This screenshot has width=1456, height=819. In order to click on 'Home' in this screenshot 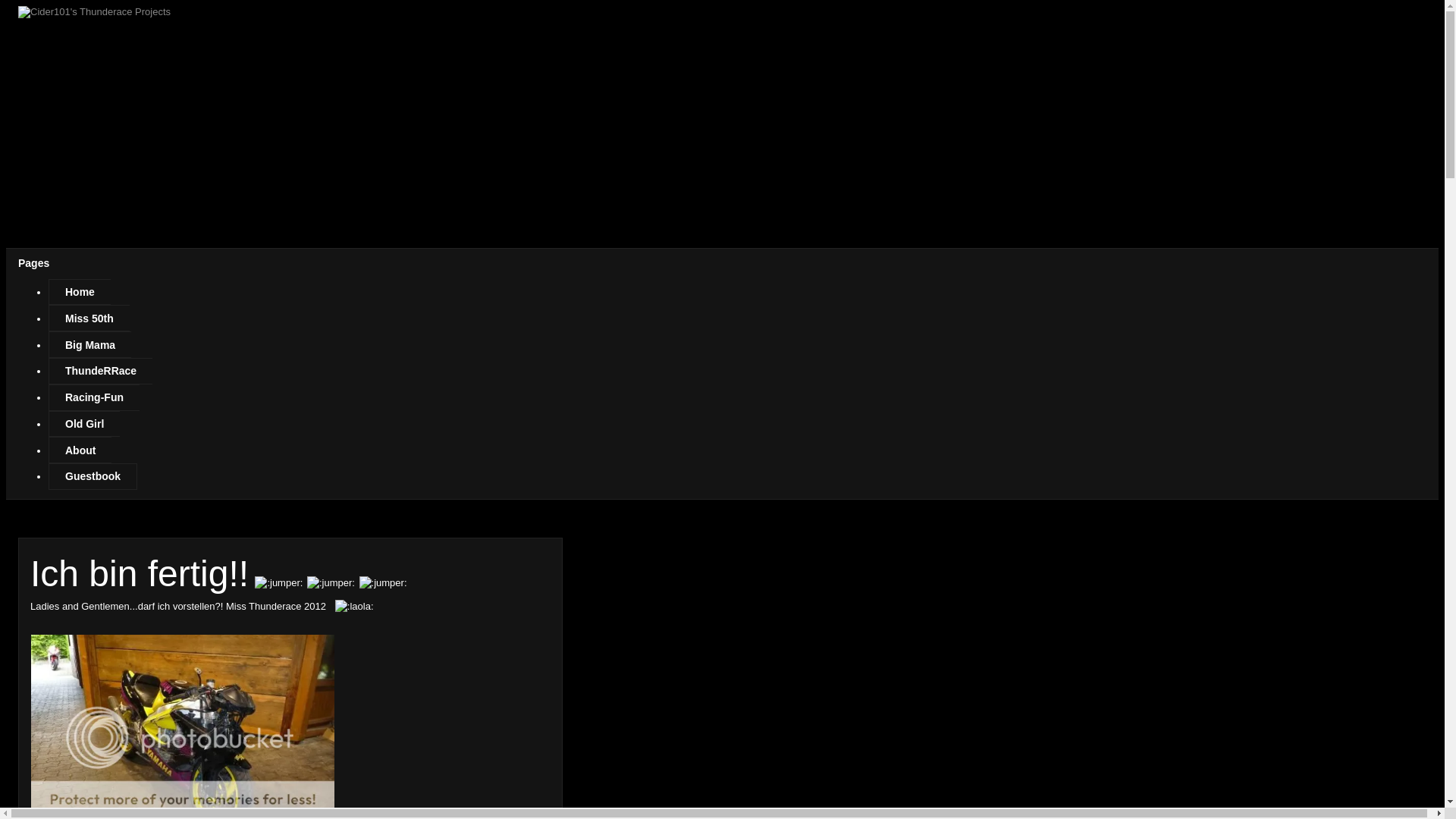, I will do `click(79, 292)`.